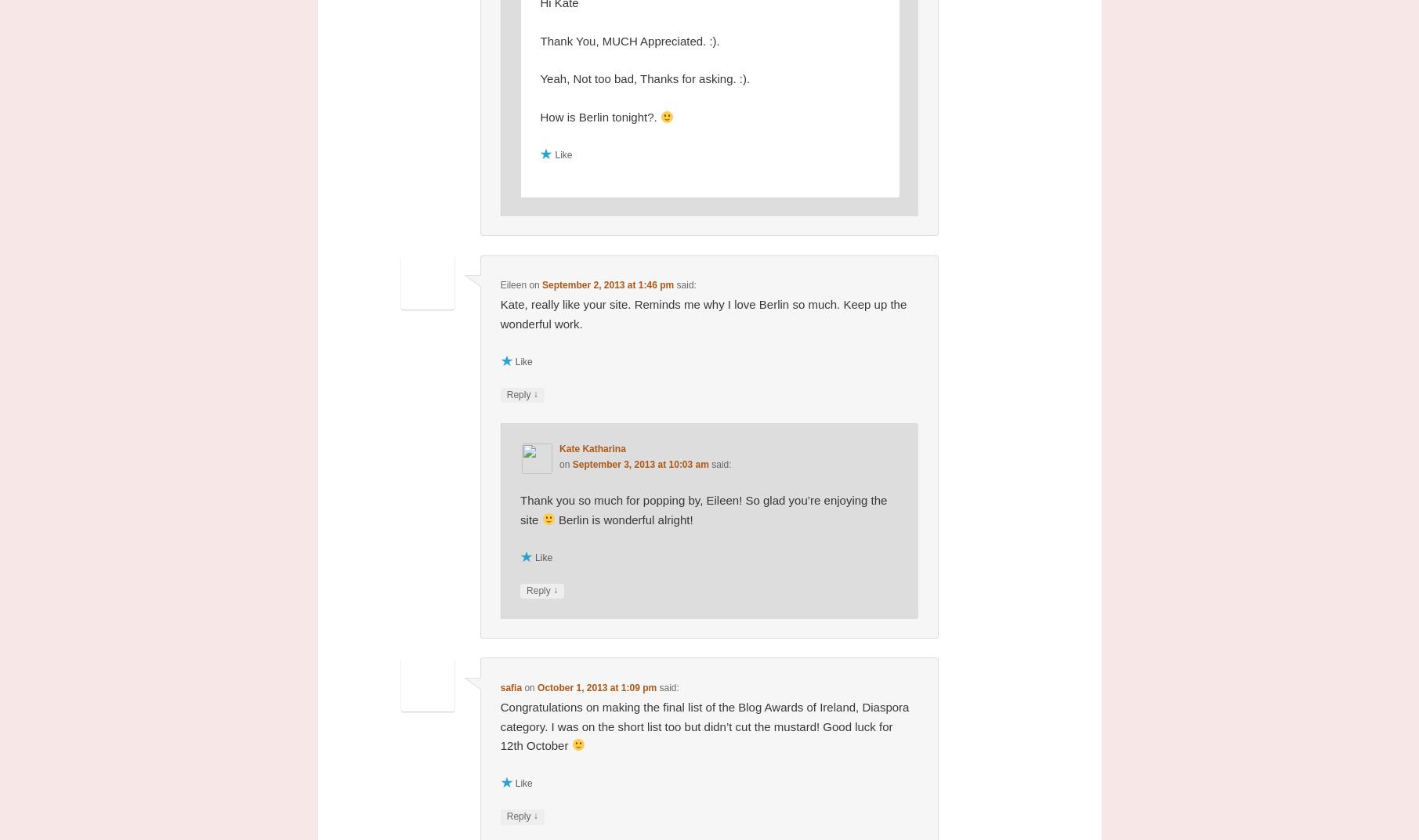 The height and width of the screenshot is (840, 1419). Describe the element at coordinates (510, 687) in the screenshot. I see `'safia'` at that location.